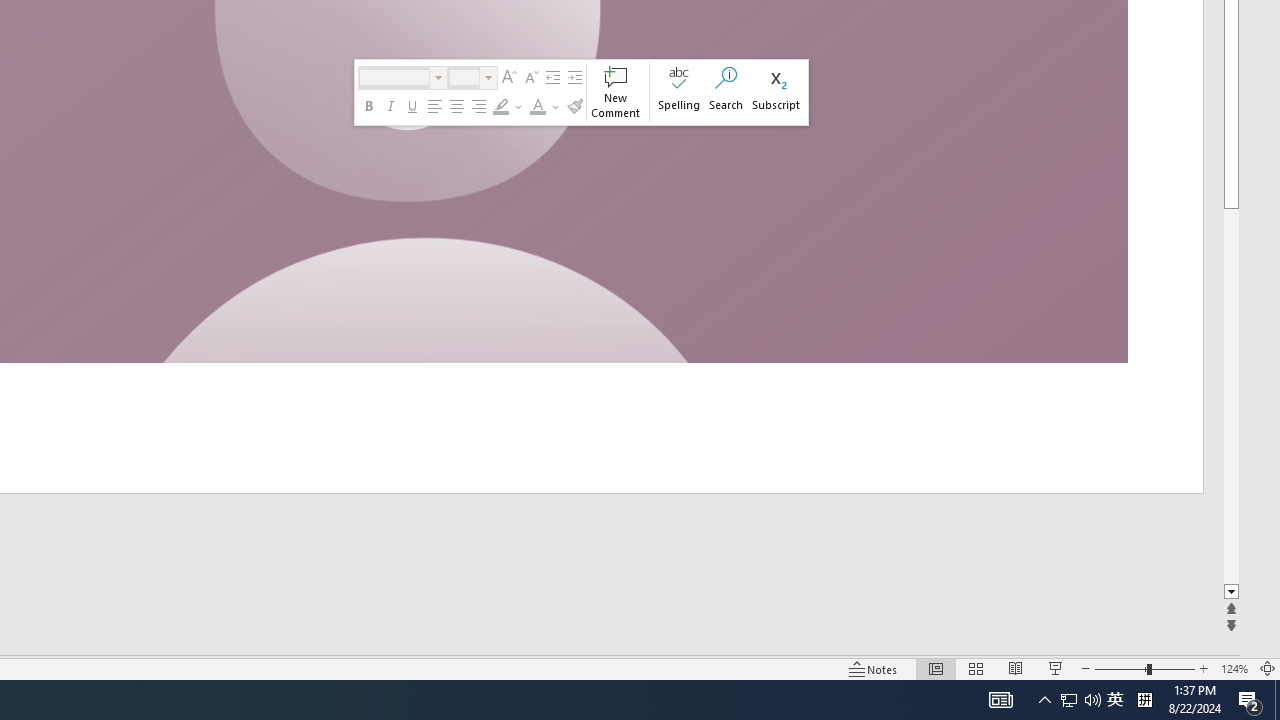  Describe the element at coordinates (463, 76) in the screenshot. I see `'Class: NetUITextbox'` at that location.